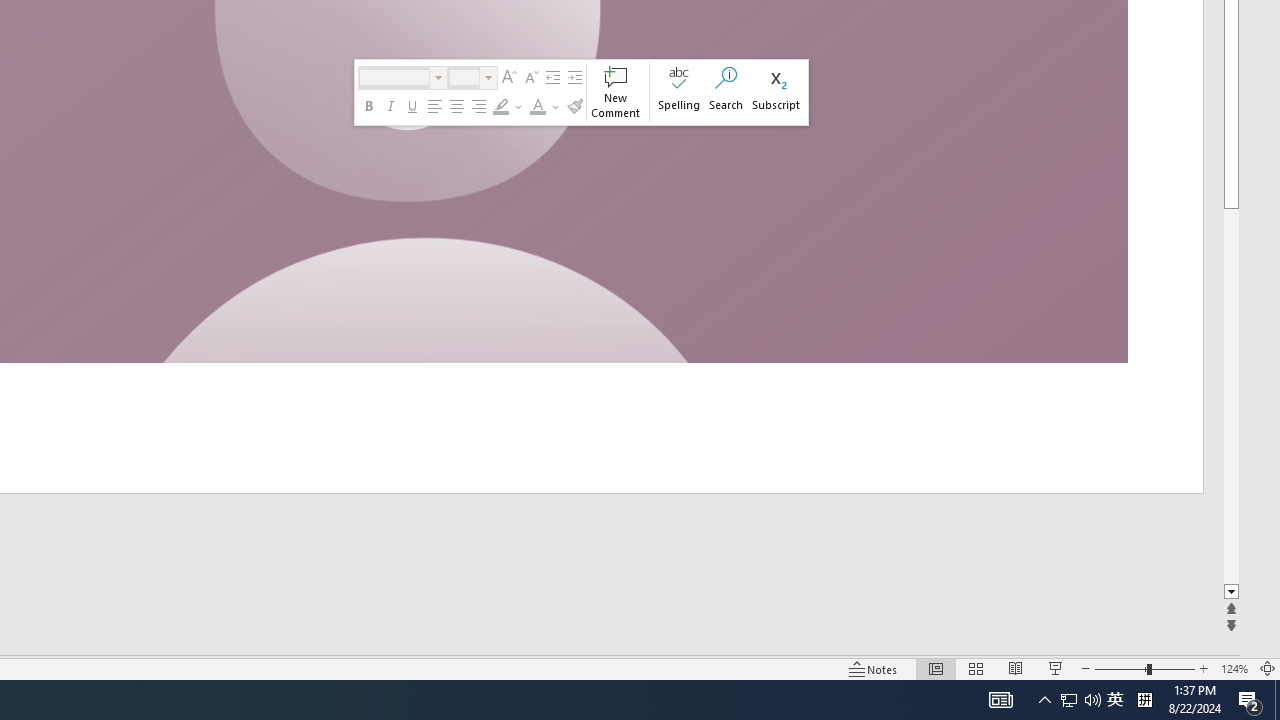  Describe the element at coordinates (463, 76) in the screenshot. I see `'Class: NetUITextbox'` at that location.